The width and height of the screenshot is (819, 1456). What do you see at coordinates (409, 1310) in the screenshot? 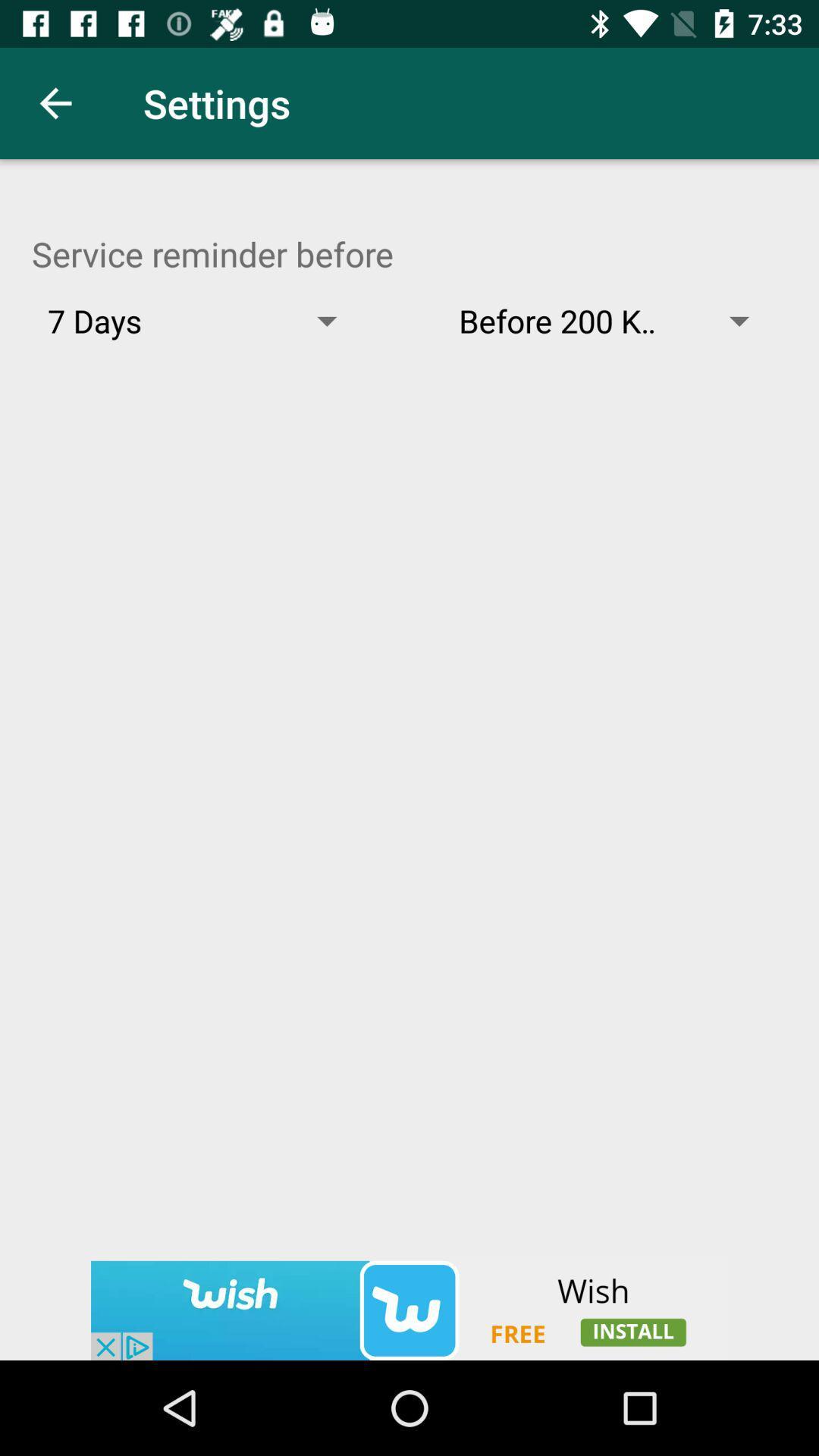
I see `the advertisement` at bounding box center [409, 1310].